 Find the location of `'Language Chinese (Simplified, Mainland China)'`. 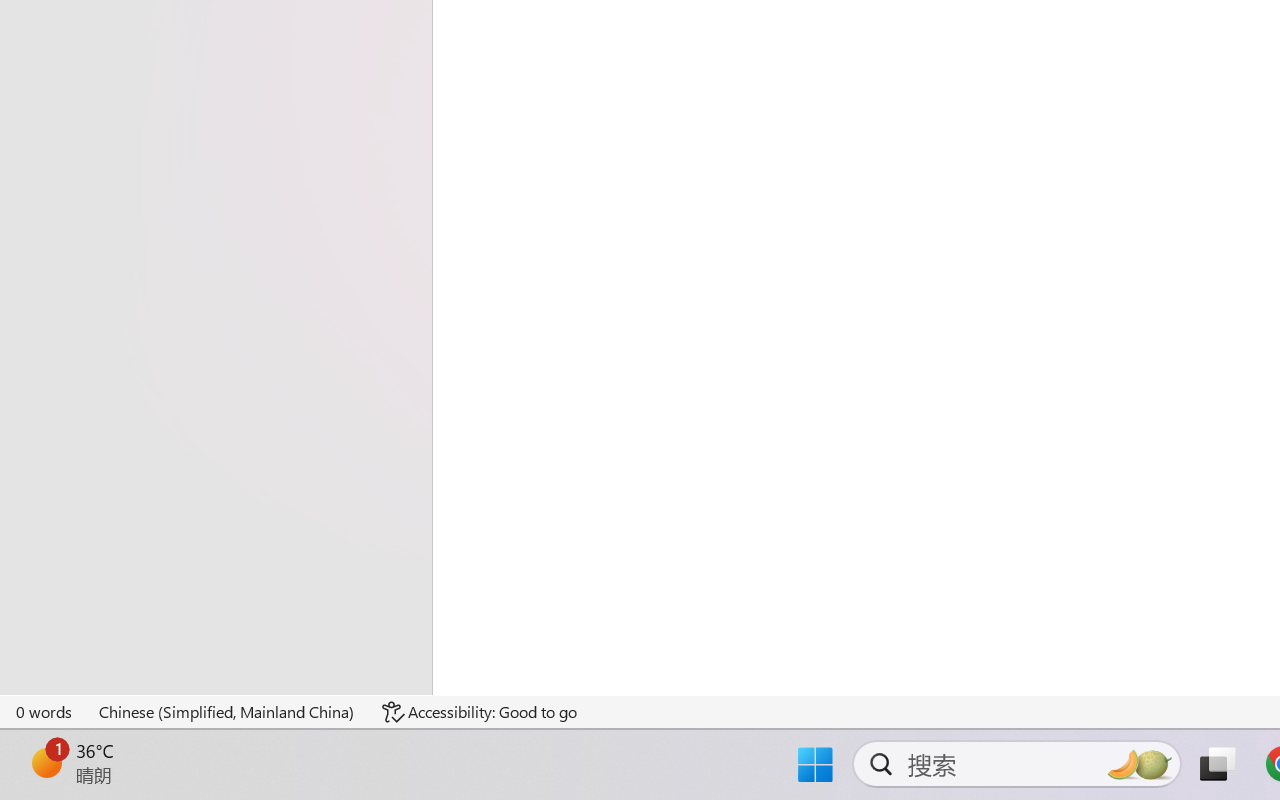

'Language Chinese (Simplified, Mainland China)' is located at coordinates (227, 711).